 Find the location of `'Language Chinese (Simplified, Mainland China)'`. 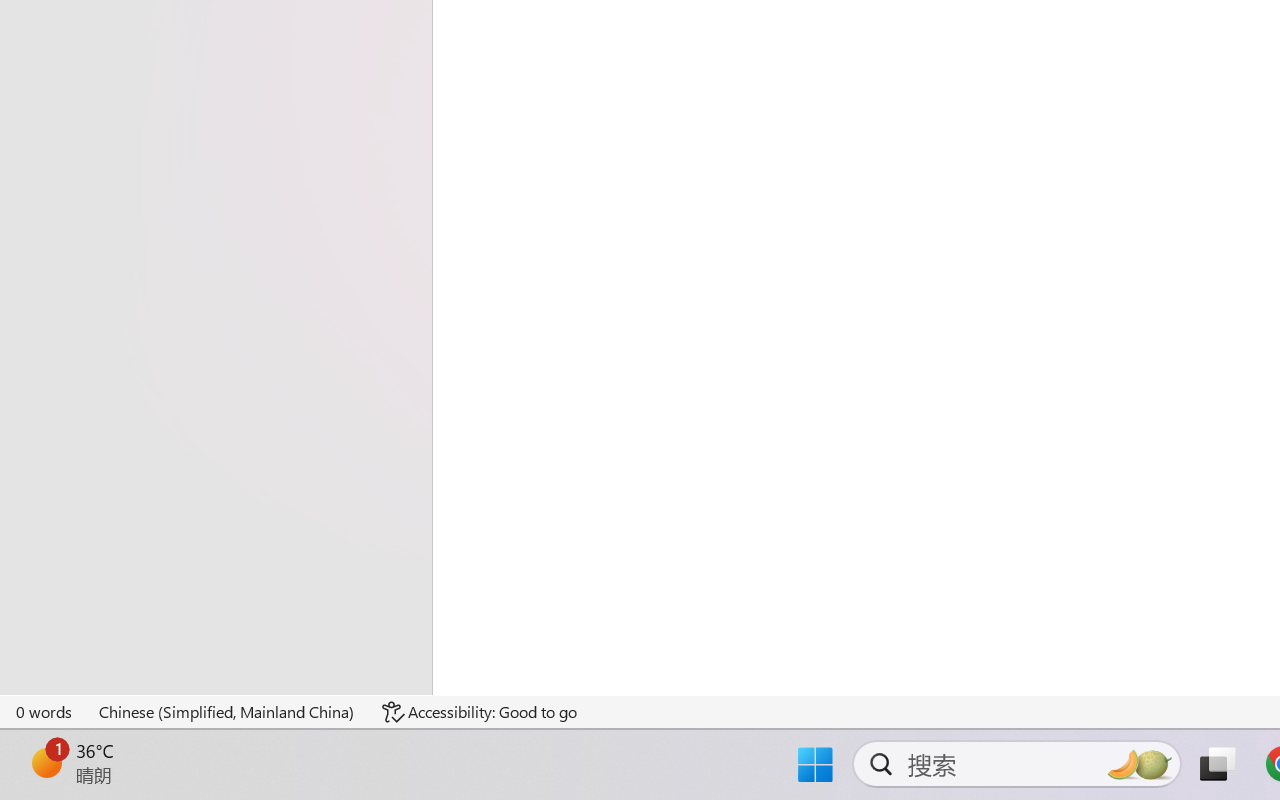

'Language Chinese (Simplified, Mainland China)' is located at coordinates (227, 711).